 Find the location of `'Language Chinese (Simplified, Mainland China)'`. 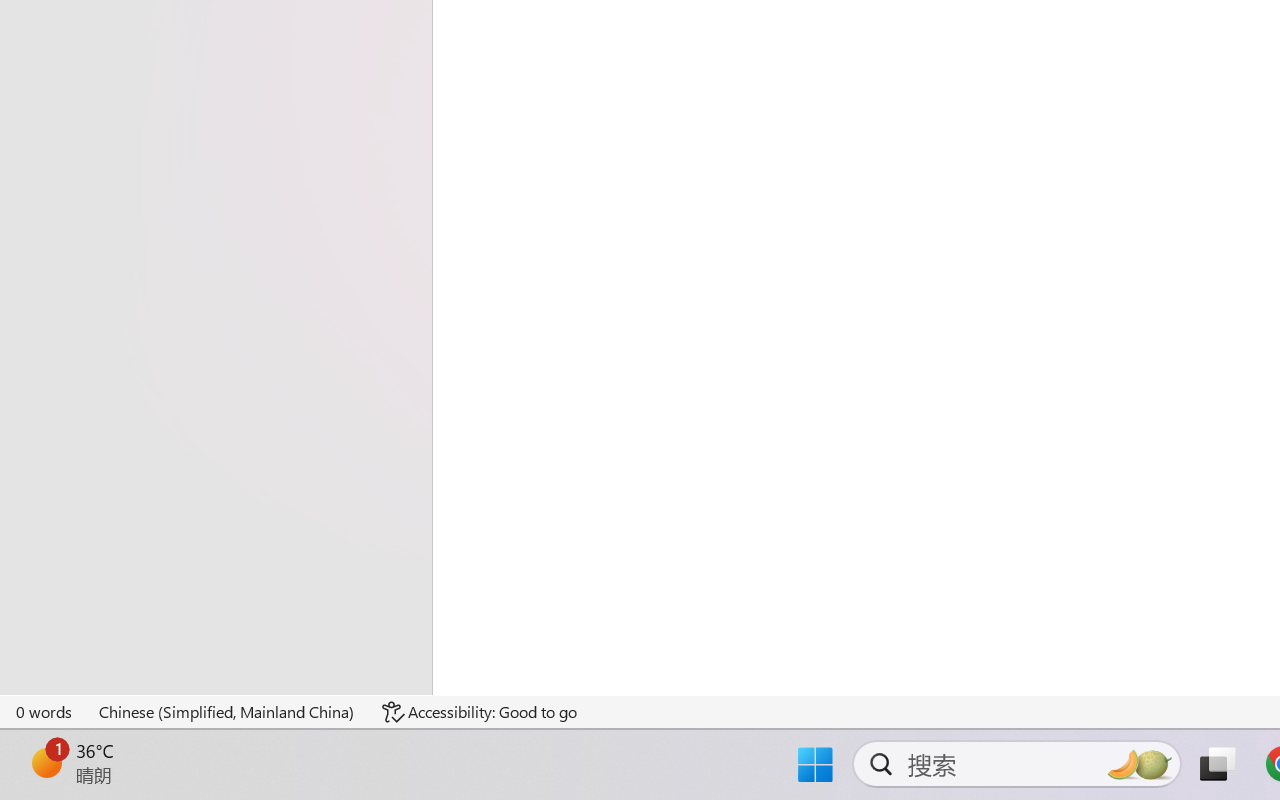

'Language Chinese (Simplified, Mainland China)' is located at coordinates (227, 711).